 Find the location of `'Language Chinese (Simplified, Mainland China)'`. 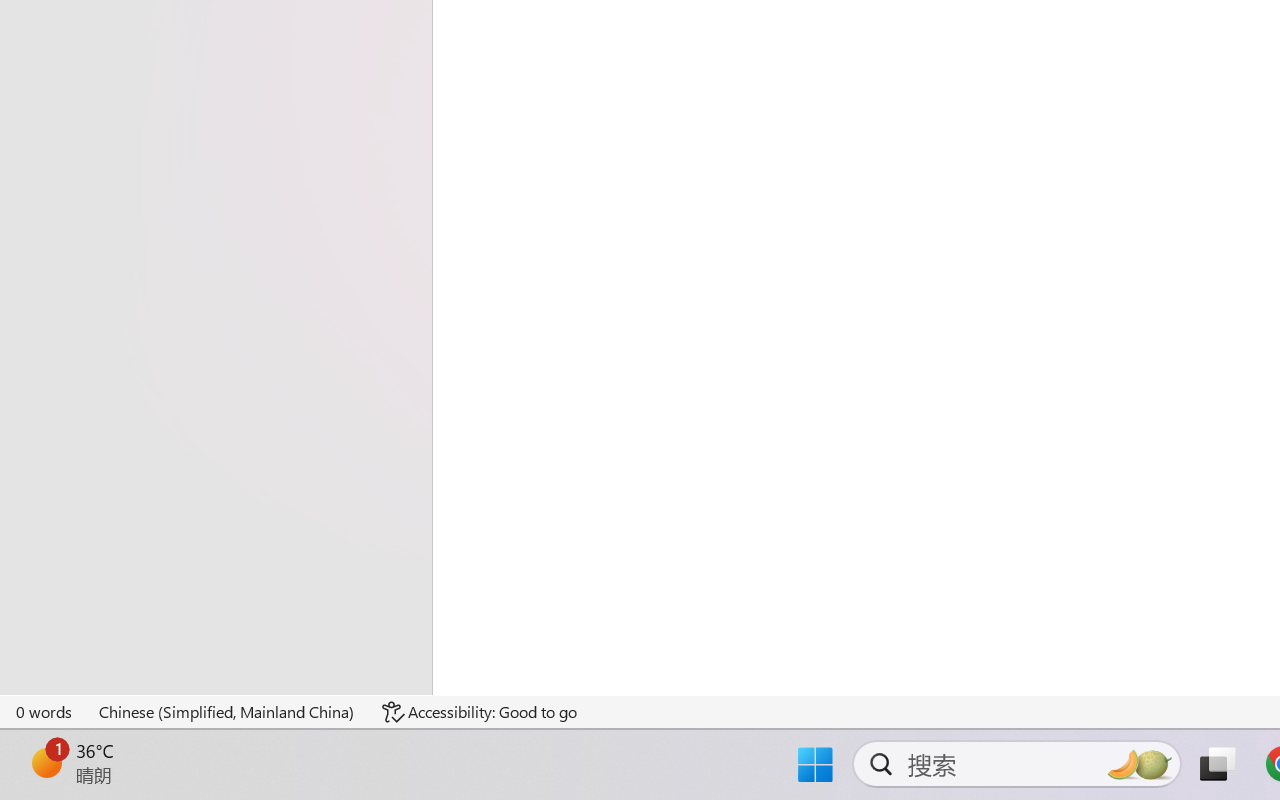

'Language Chinese (Simplified, Mainland China)' is located at coordinates (227, 711).